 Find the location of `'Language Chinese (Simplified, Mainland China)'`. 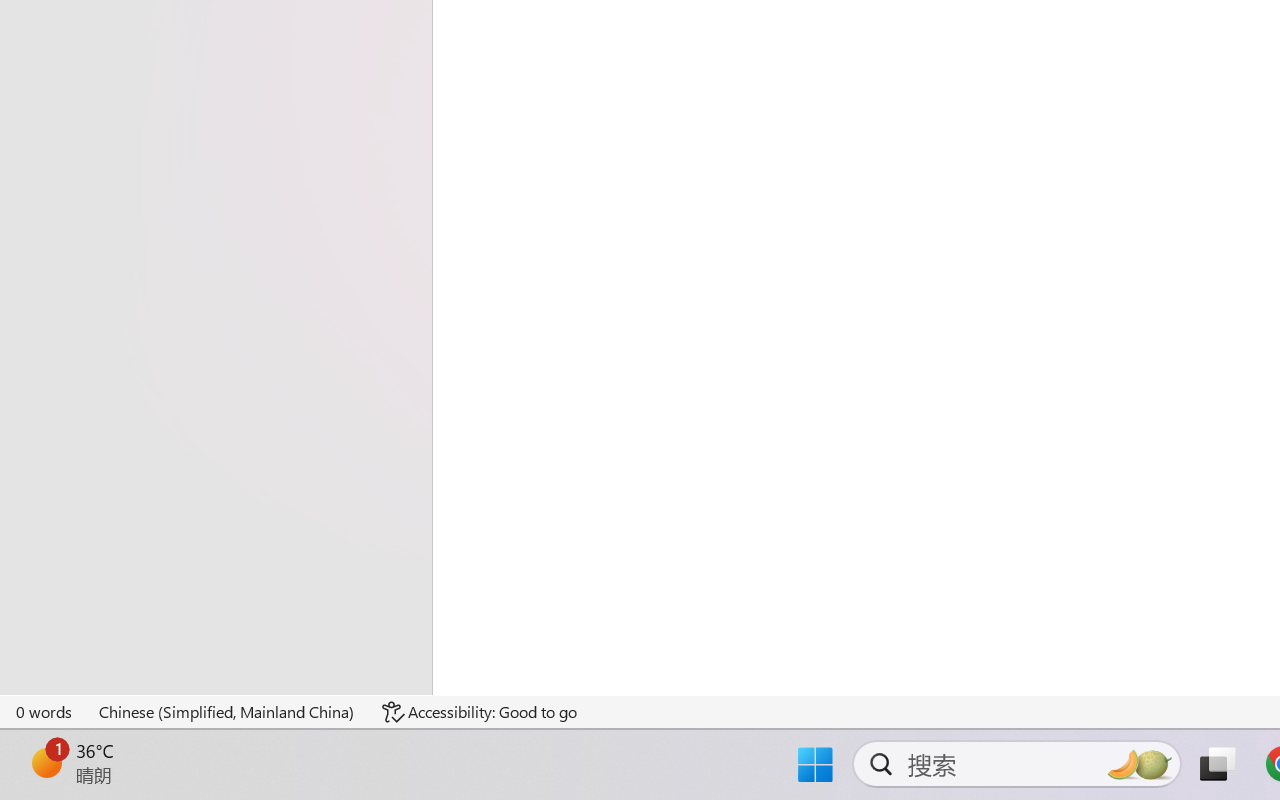

'Language Chinese (Simplified, Mainland China)' is located at coordinates (227, 711).